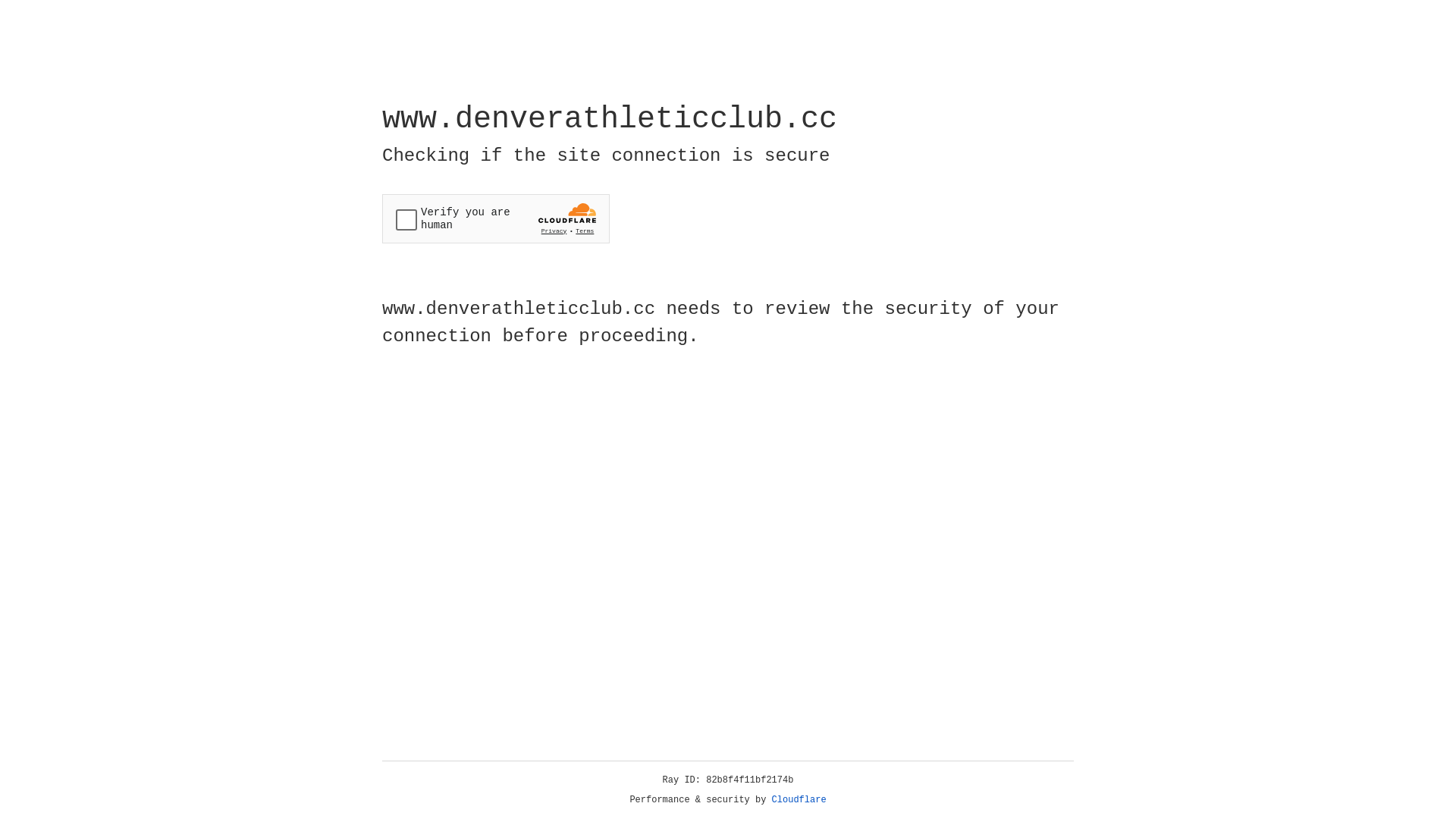 The width and height of the screenshot is (1456, 819). Describe the element at coordinates (799, 799) in the screenshot. I see `'Cloudflare'` at that location.